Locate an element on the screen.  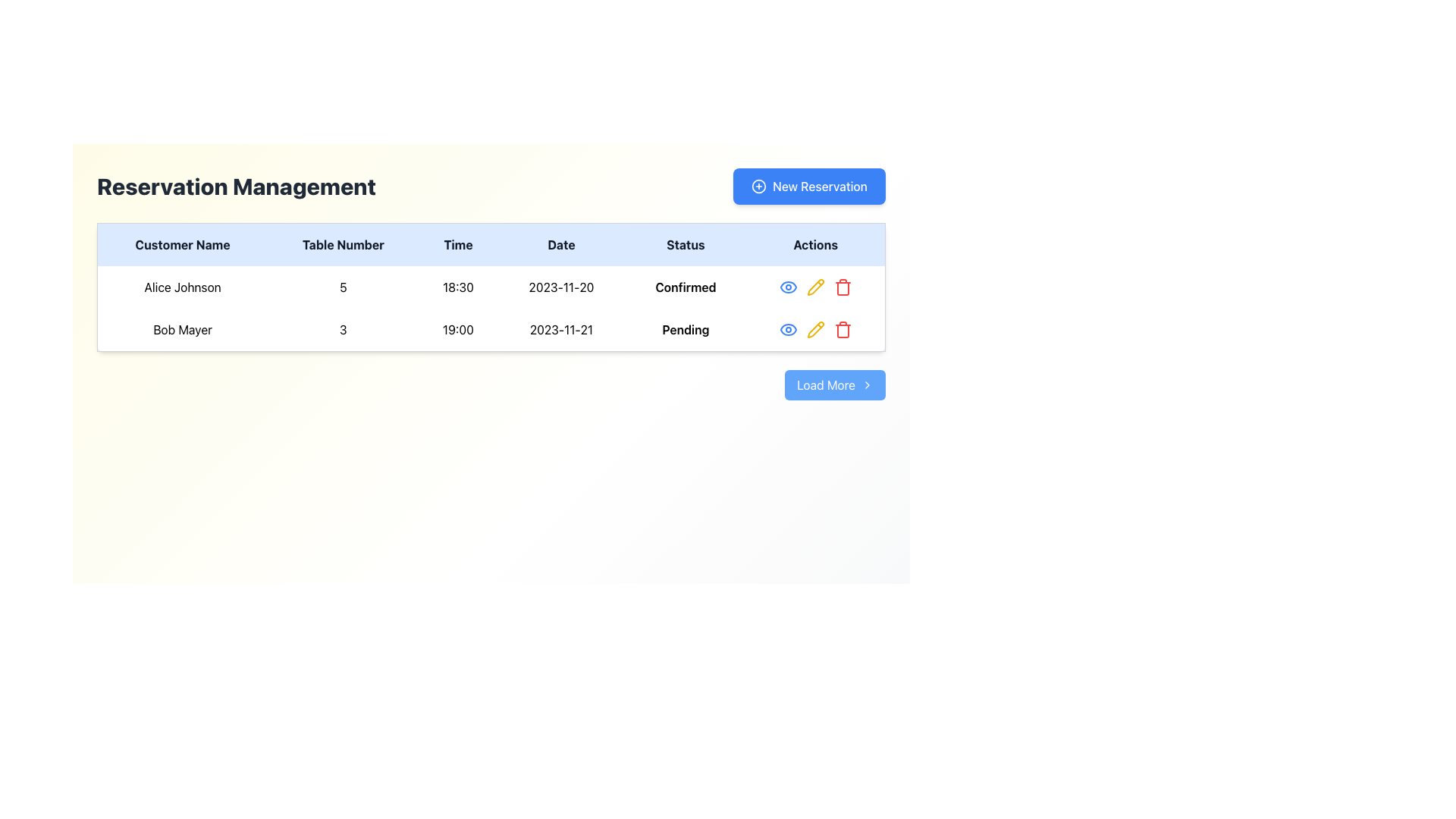
the icon within the 'New Reservation' button located in the upper-right section of the interface to initiate a new reservation is located at coordinates (759, 186).